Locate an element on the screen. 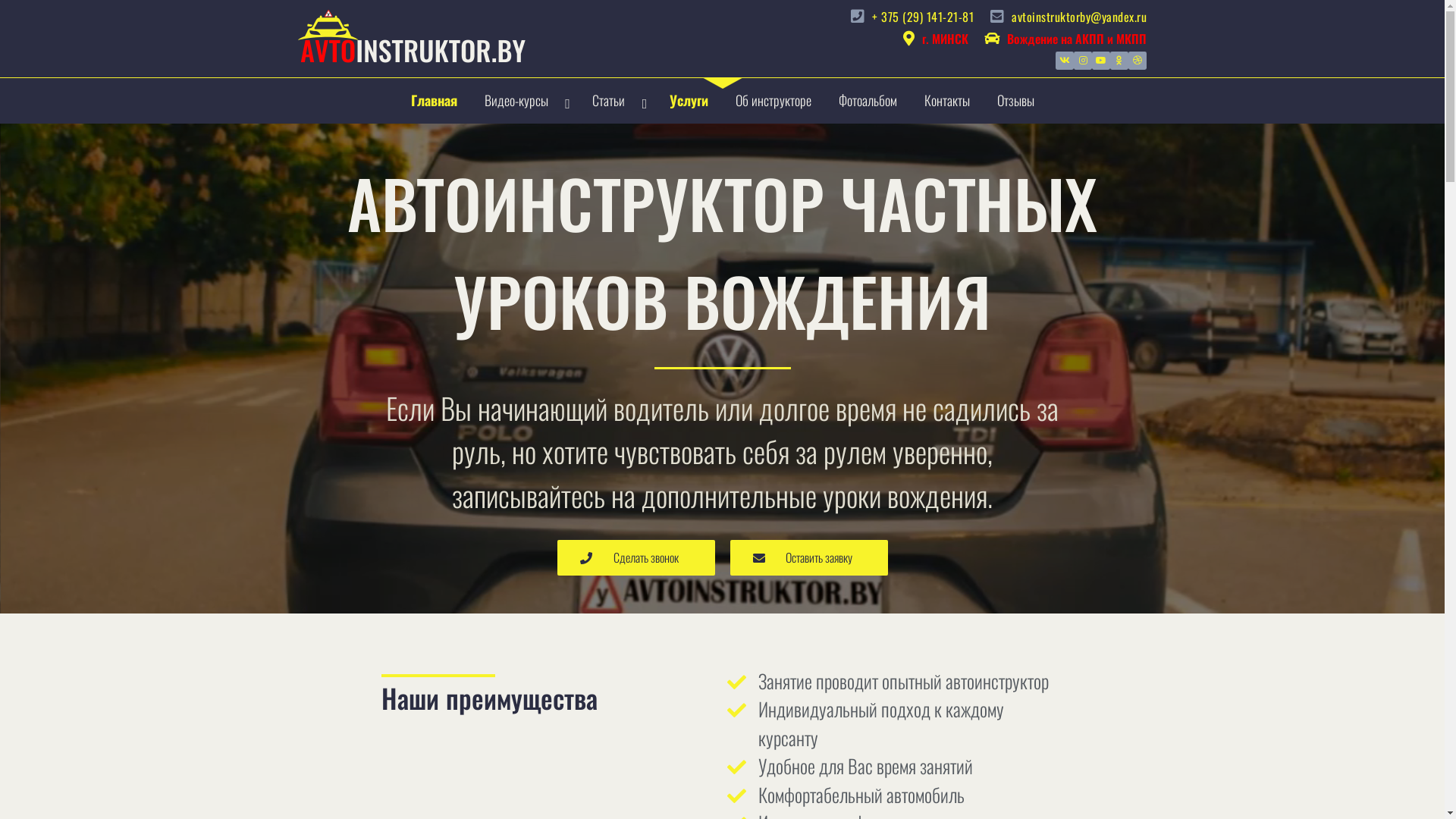 The height and width of the screenshot is (819, 1456). '+ 375 (29) 141-21-81' is located at coordinates (909, 17).